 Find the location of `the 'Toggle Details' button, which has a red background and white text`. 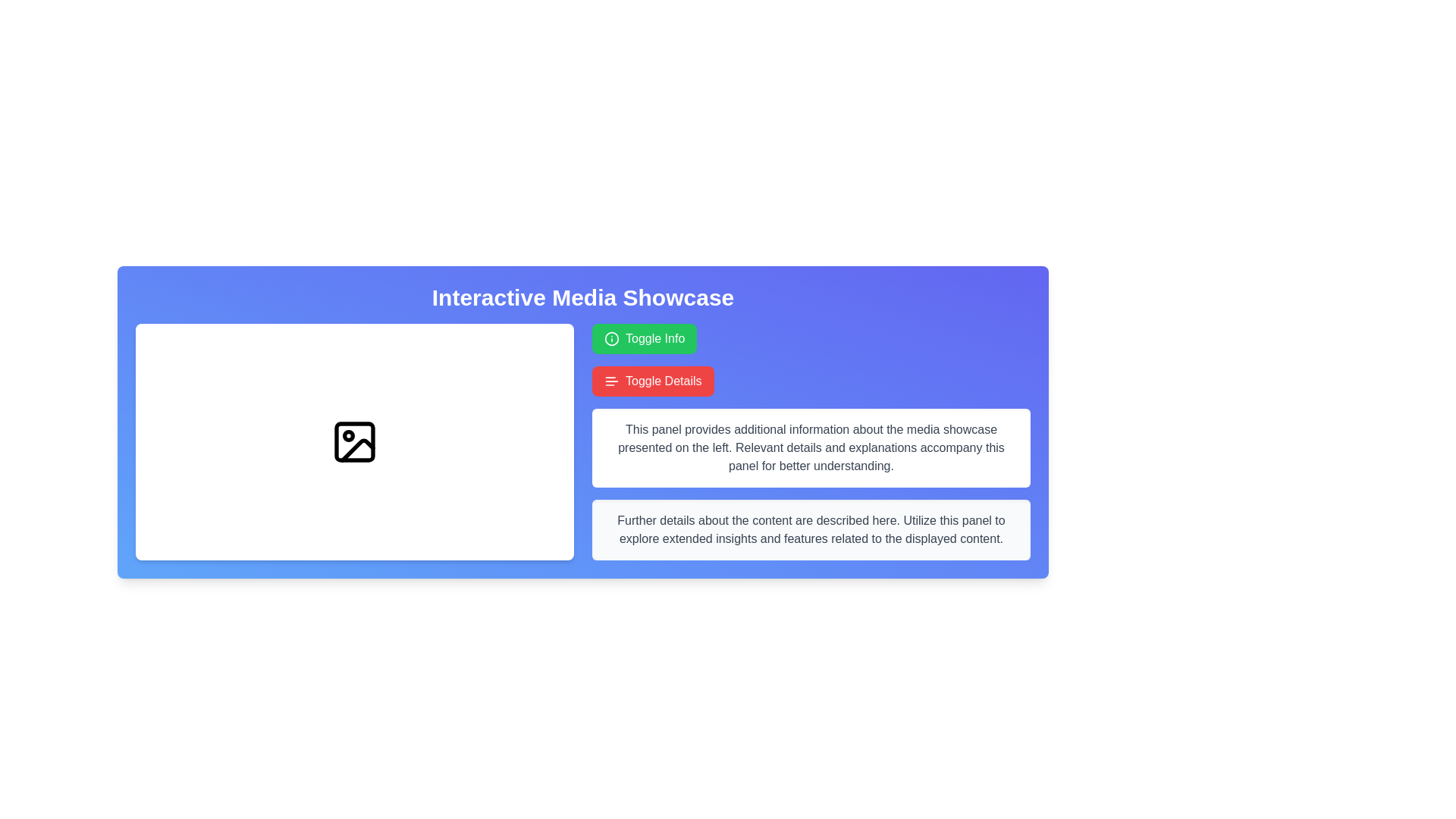

the 'Toggle Details' button, which has a red background and white text is located at coordinates (653, 380).